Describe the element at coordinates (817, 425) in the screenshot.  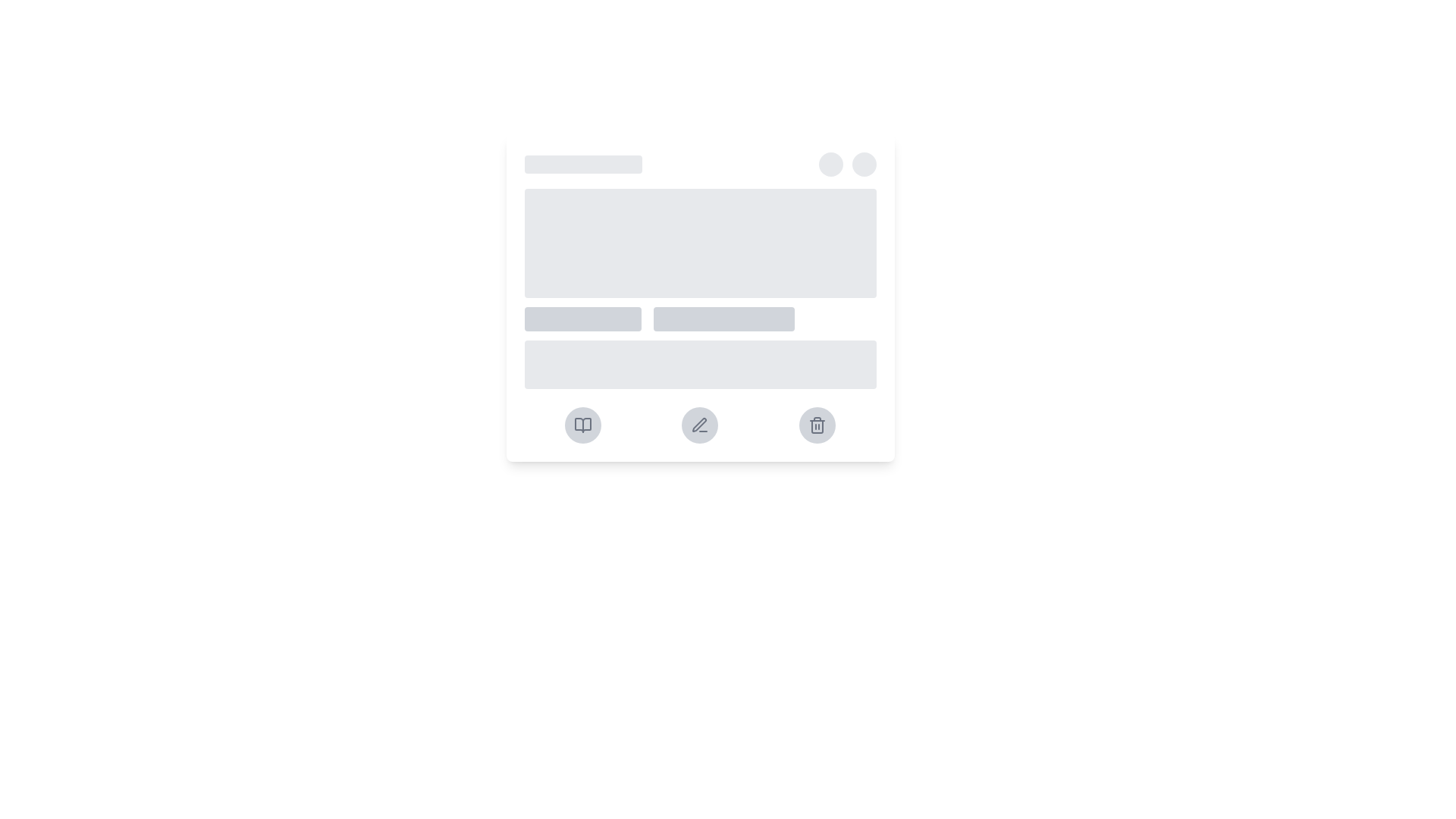
I see `the delete button located at the far right among three circular buttons at the bottom of the interface` at that location.